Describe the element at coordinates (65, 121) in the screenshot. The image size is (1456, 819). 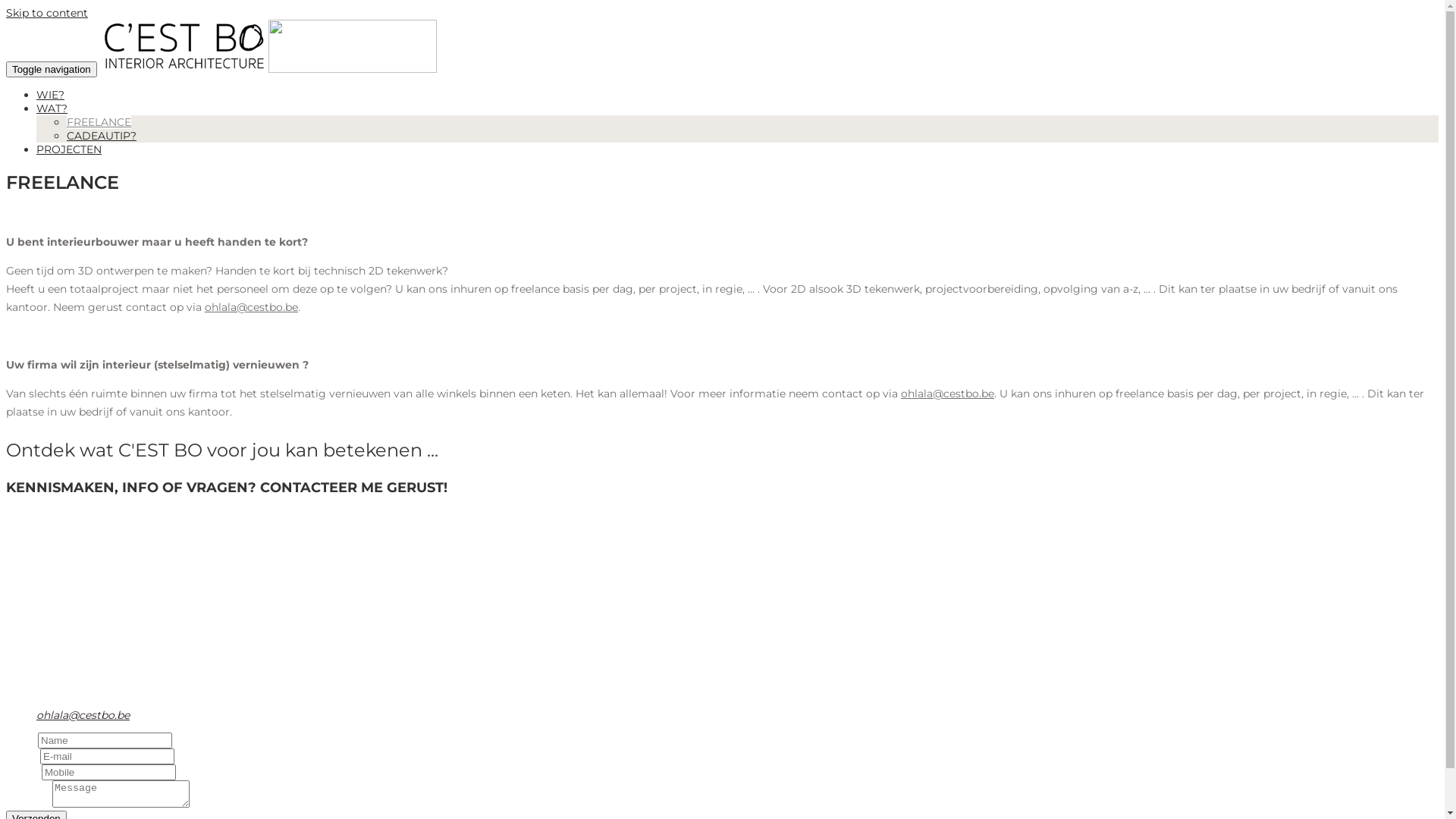
I see `'FREELANCE'` at that location.